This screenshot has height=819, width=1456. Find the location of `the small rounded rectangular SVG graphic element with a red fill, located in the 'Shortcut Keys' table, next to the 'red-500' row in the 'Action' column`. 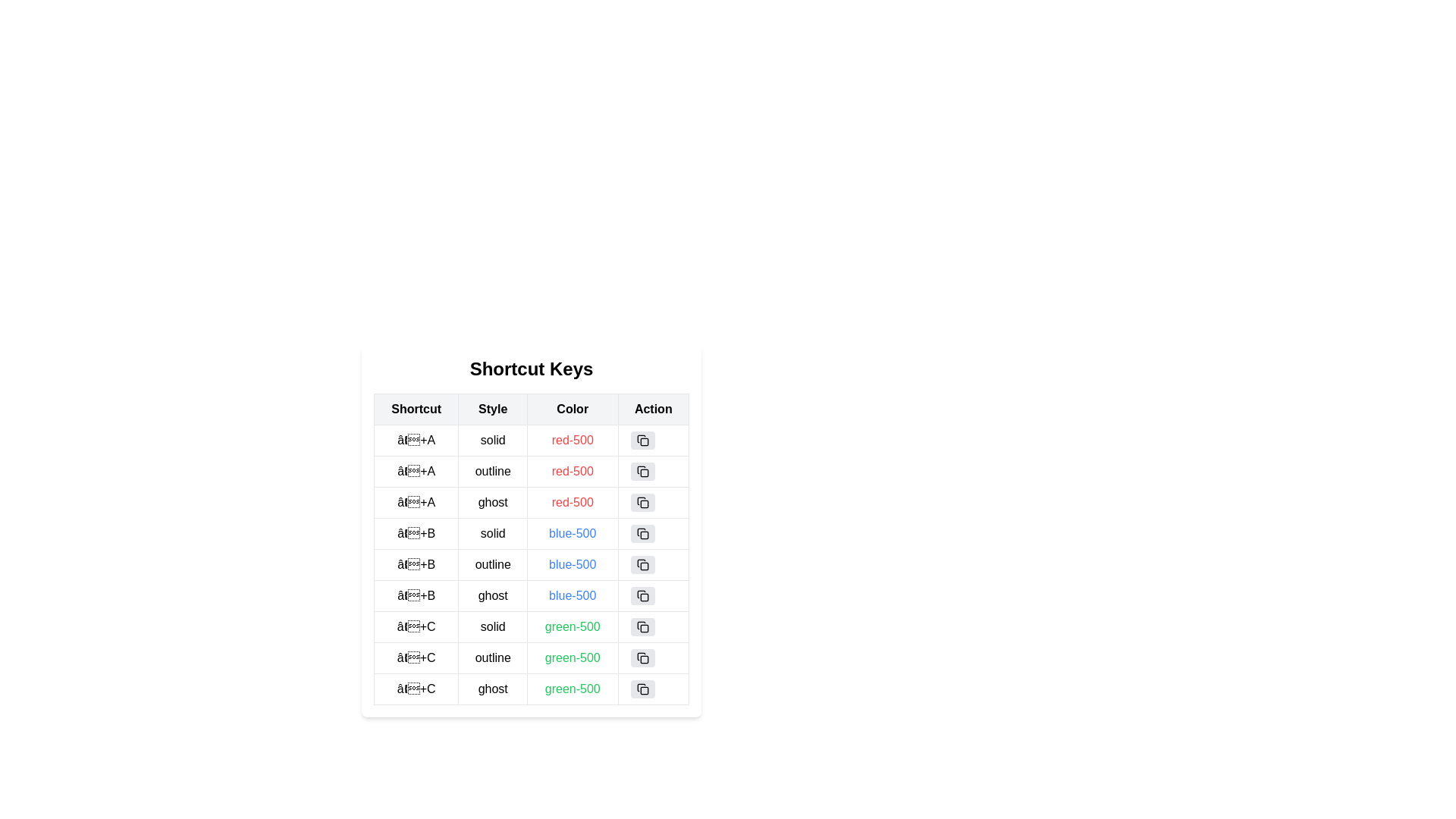

the small rounded rectangular SVG graphic element with a red fill, located in the 'Shortcut Keys' table, next to the 'red-500' row in the 'Action' column is located at coordinates (644, 504).